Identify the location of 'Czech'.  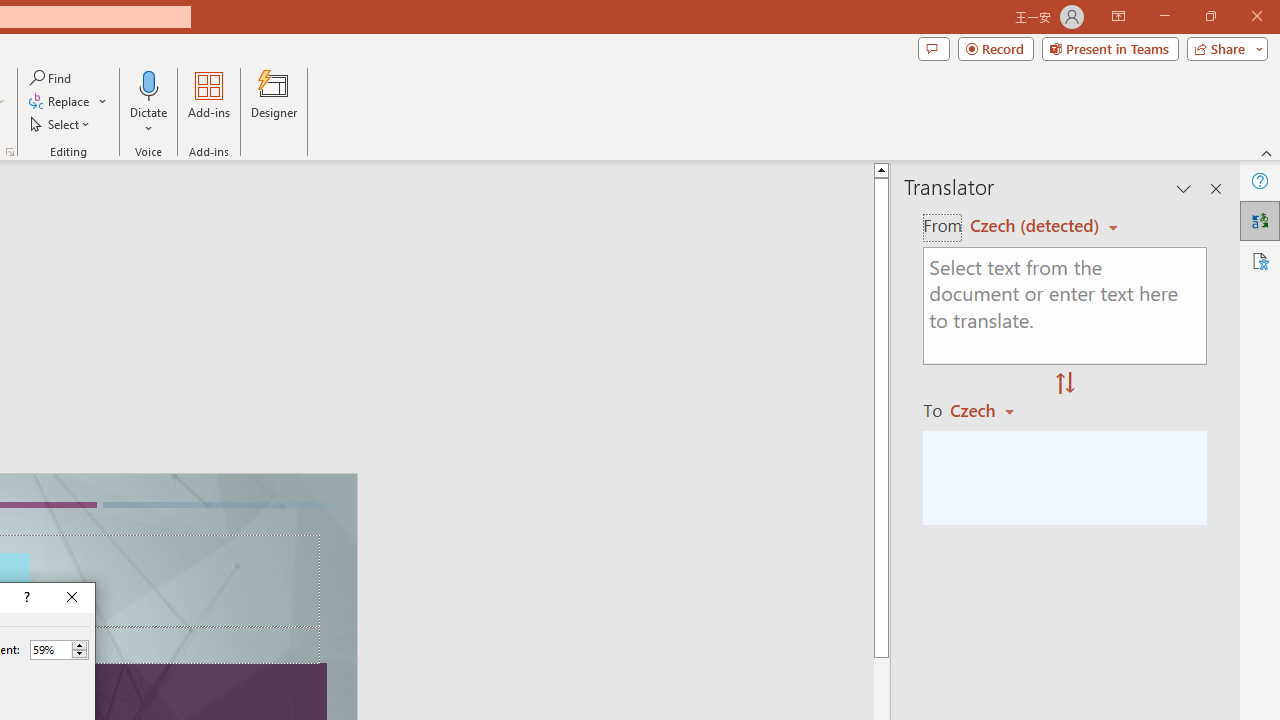
(991, 409).